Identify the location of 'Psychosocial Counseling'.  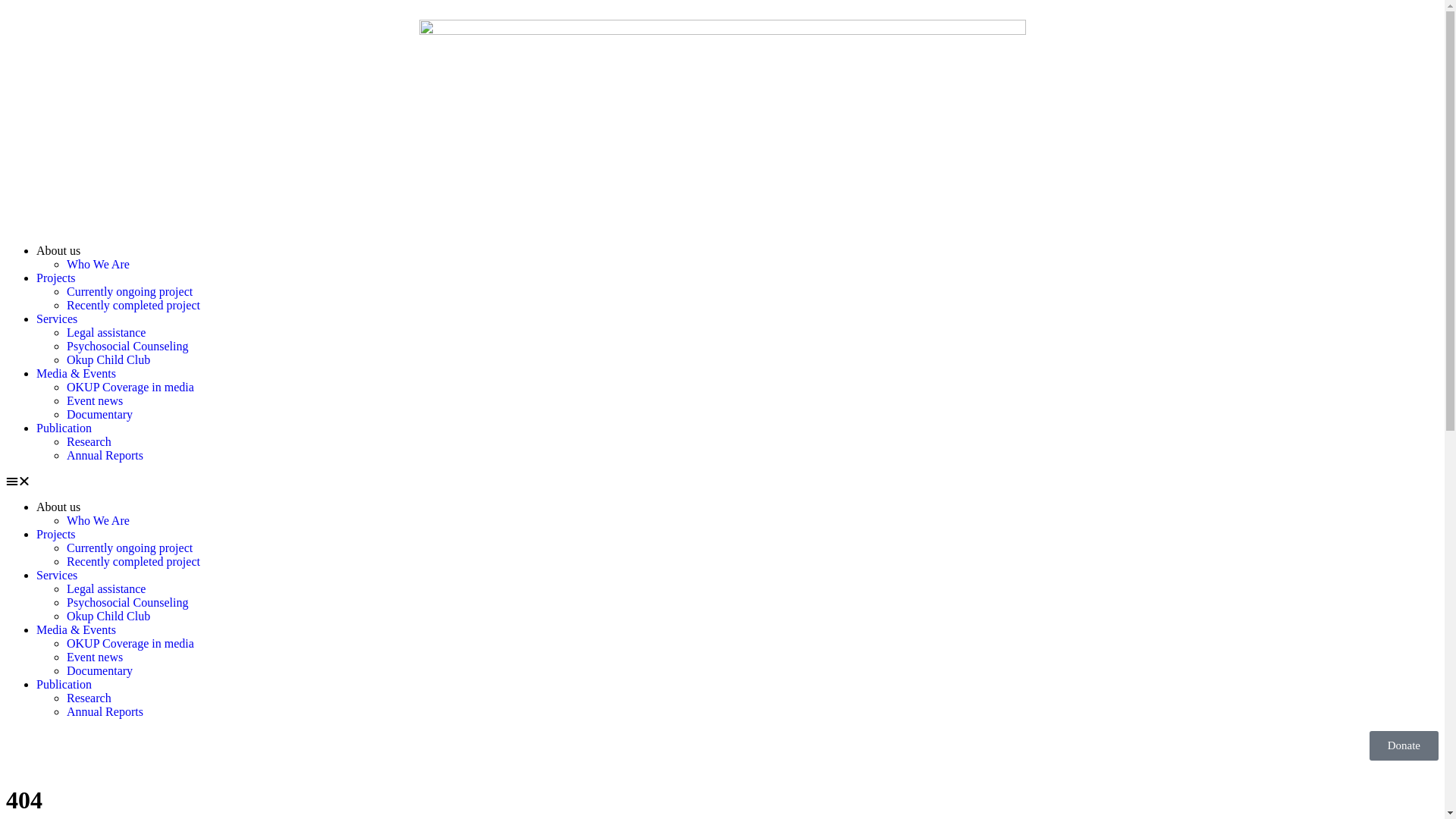
(127, 346).